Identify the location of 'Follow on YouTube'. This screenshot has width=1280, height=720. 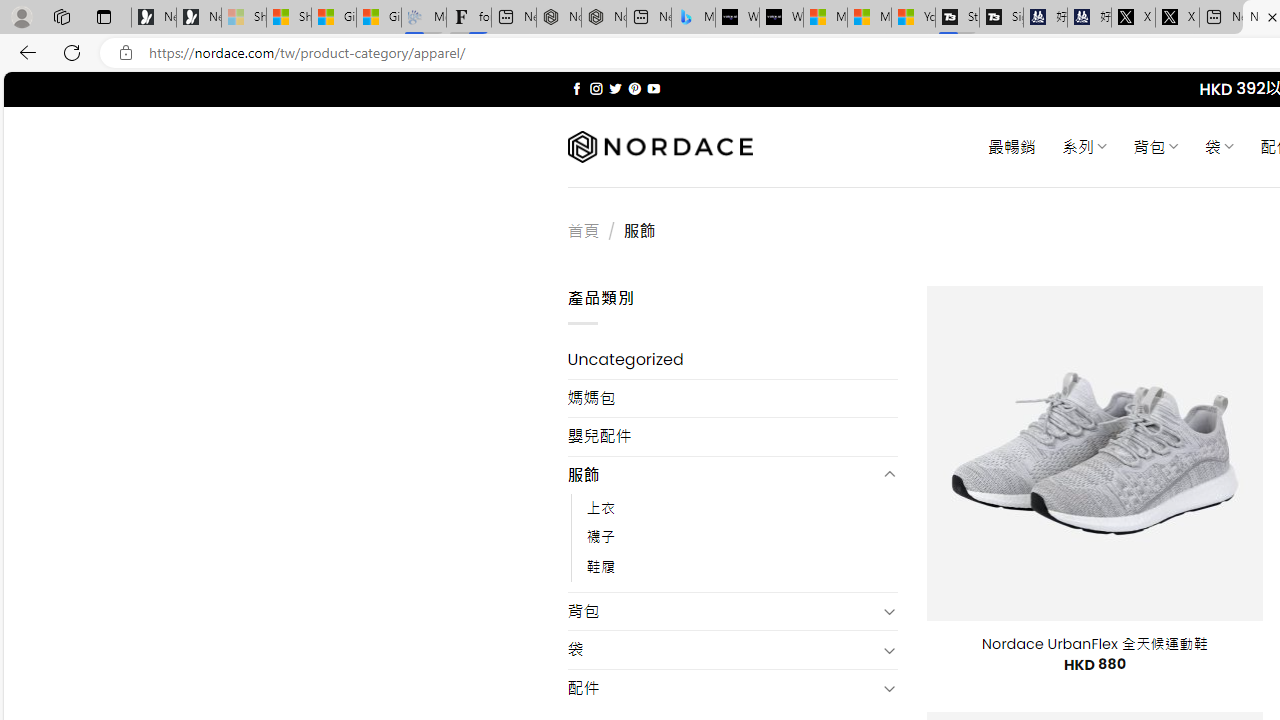
(653, 88).